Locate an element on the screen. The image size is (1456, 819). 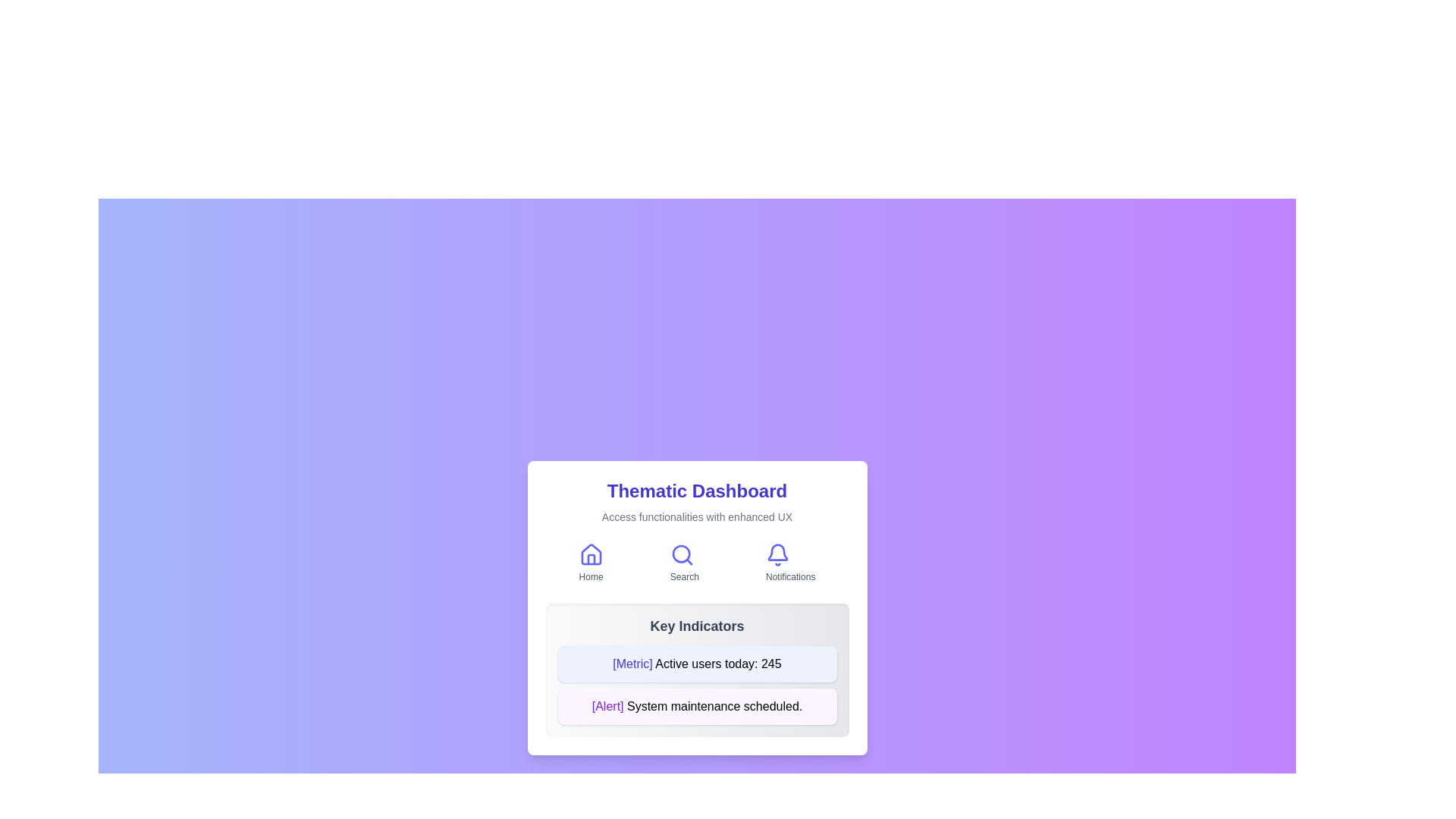
the inner circular portion of the search icon located at the center of the 'Search' button in the header section is located at coordinates (680, 554).